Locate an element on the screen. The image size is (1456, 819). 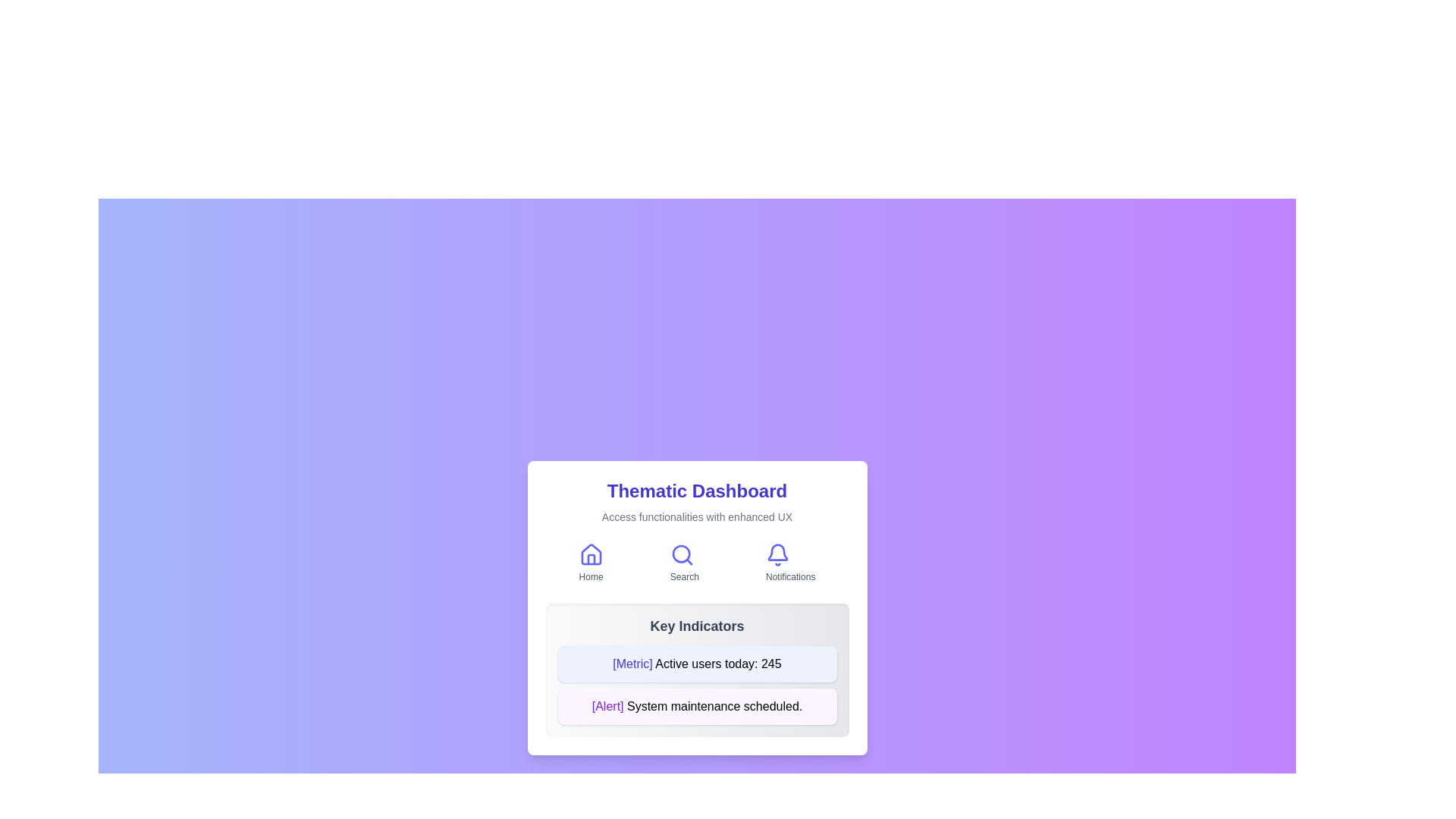
the inner circular portion of the search icon located at the center of the 'Search' button in the header section is located at coordinates (680, 554).